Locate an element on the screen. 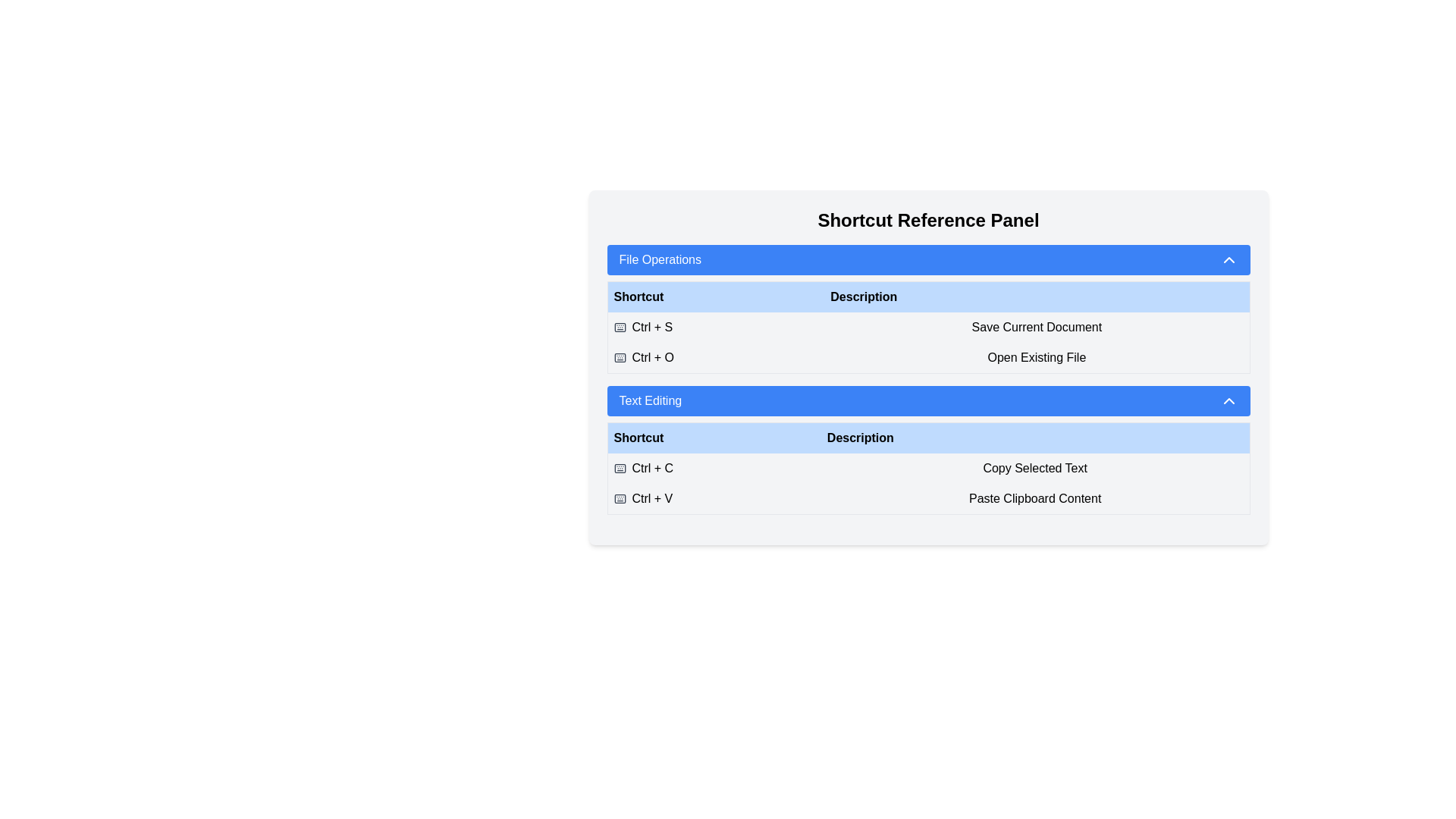 Image resolution: width=1456 pixels, height=819 pixels. the Text label that describes the 'Ctrl + V' shortcut functionality in the 'Text Editing' section of the Shortcut Reference Panel is located at coordinates (1034, 499).